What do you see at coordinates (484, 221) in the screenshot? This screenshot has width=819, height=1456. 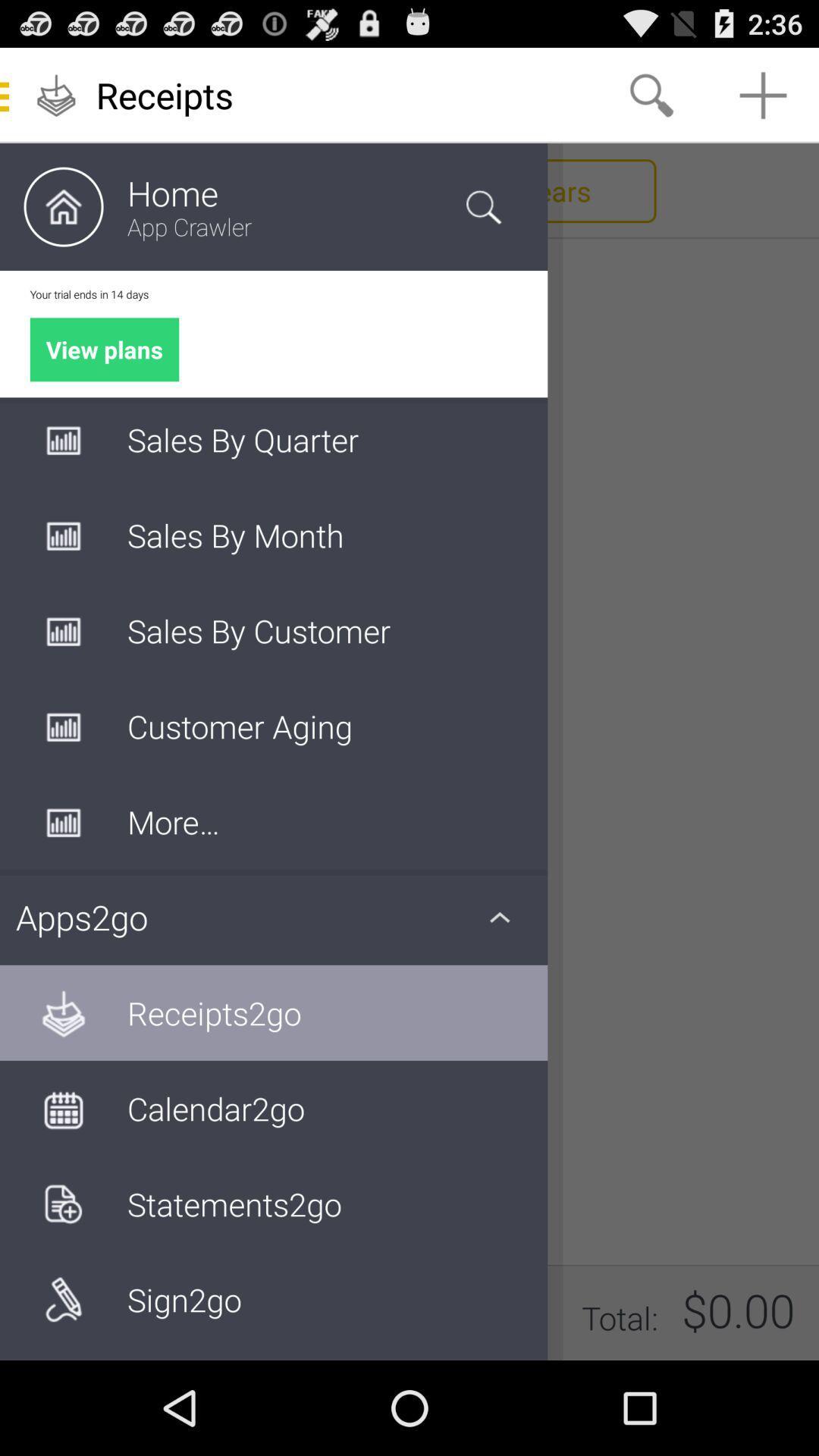 I see `the search icon` at bounding box center [484, 221].